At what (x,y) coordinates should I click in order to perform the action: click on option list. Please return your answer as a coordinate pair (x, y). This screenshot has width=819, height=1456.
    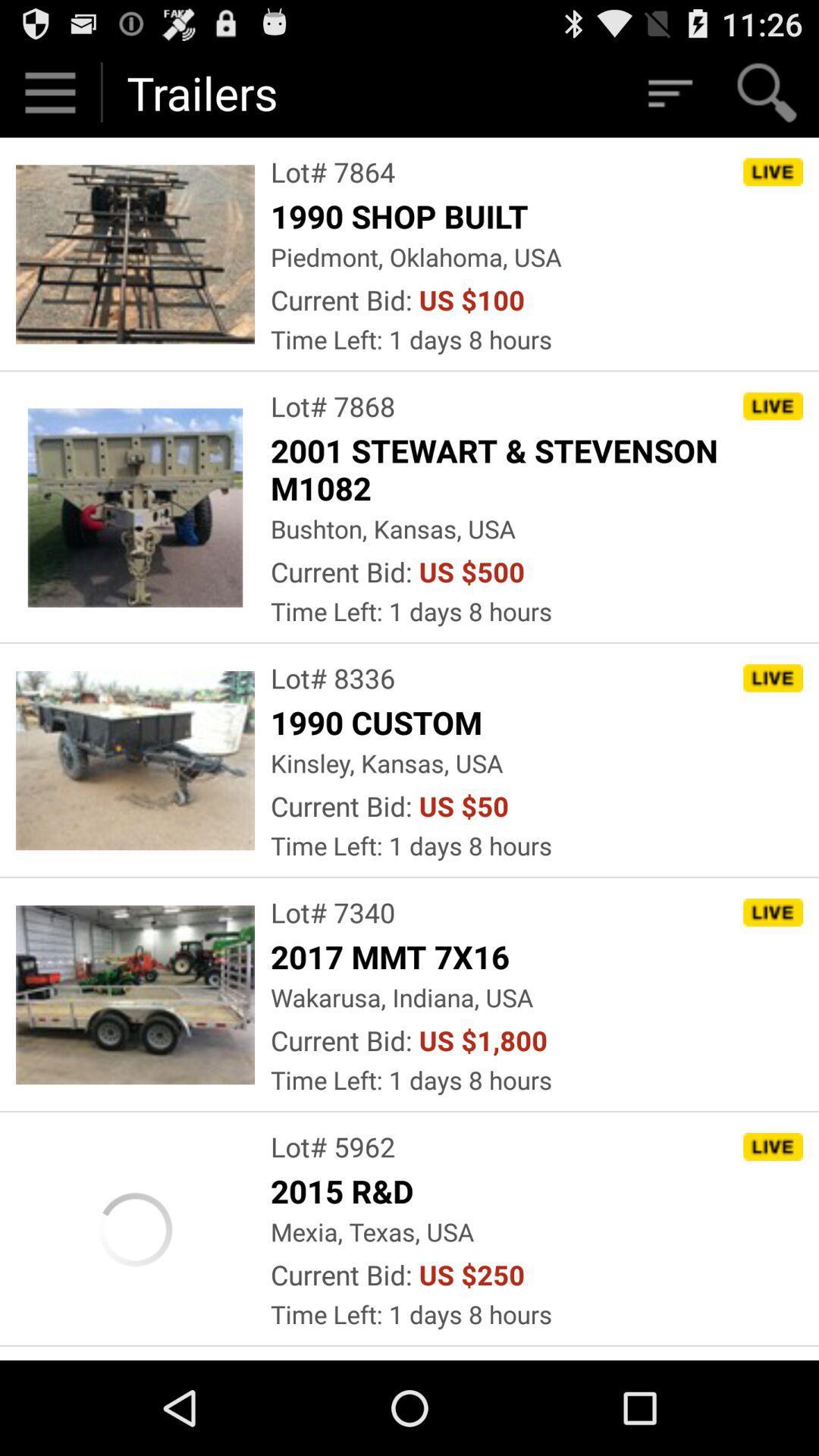
    Looking at the image, I should click on (668, 92).